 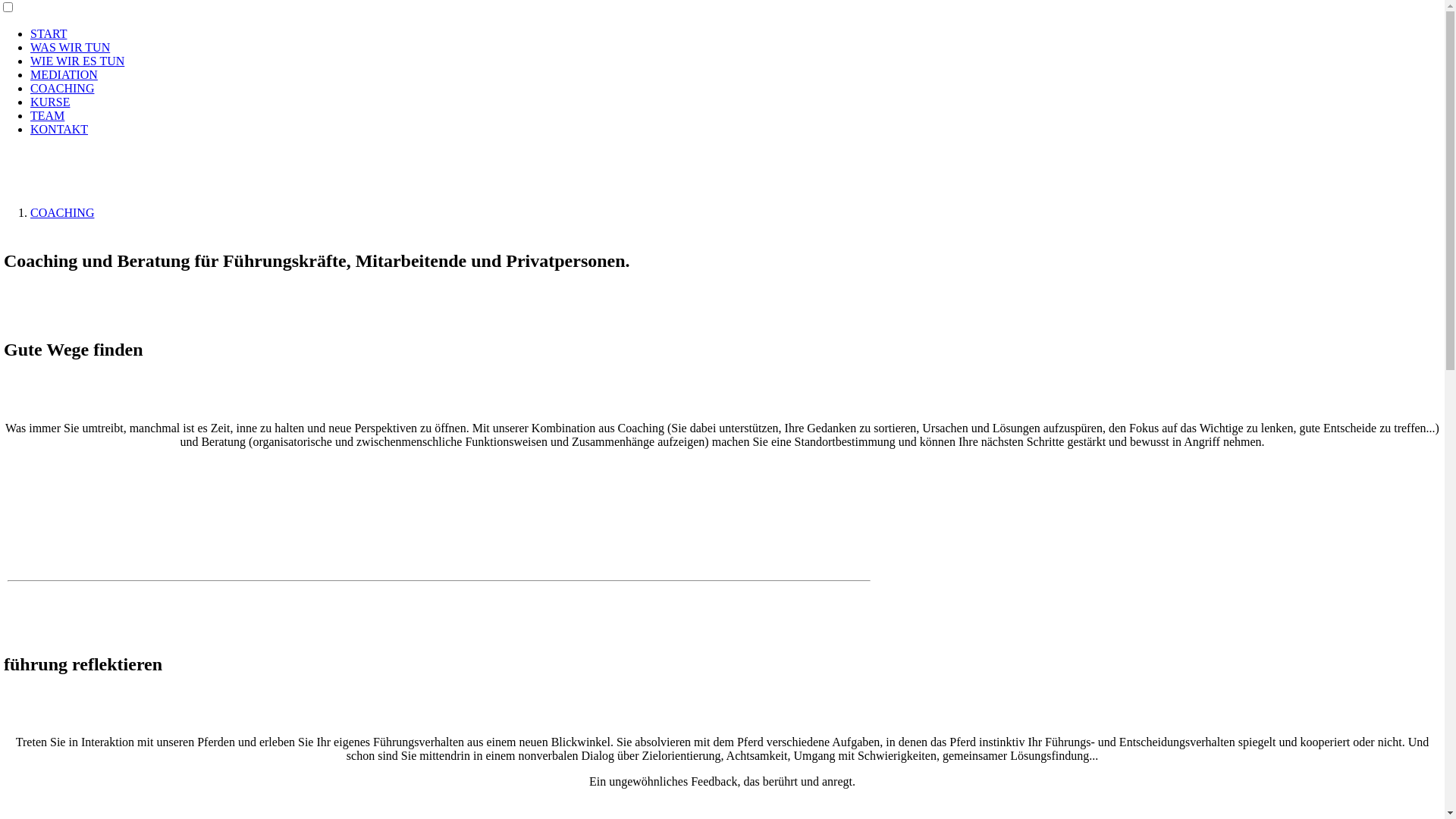 I want to click on 'COACHING', so click(x=61, y=88).